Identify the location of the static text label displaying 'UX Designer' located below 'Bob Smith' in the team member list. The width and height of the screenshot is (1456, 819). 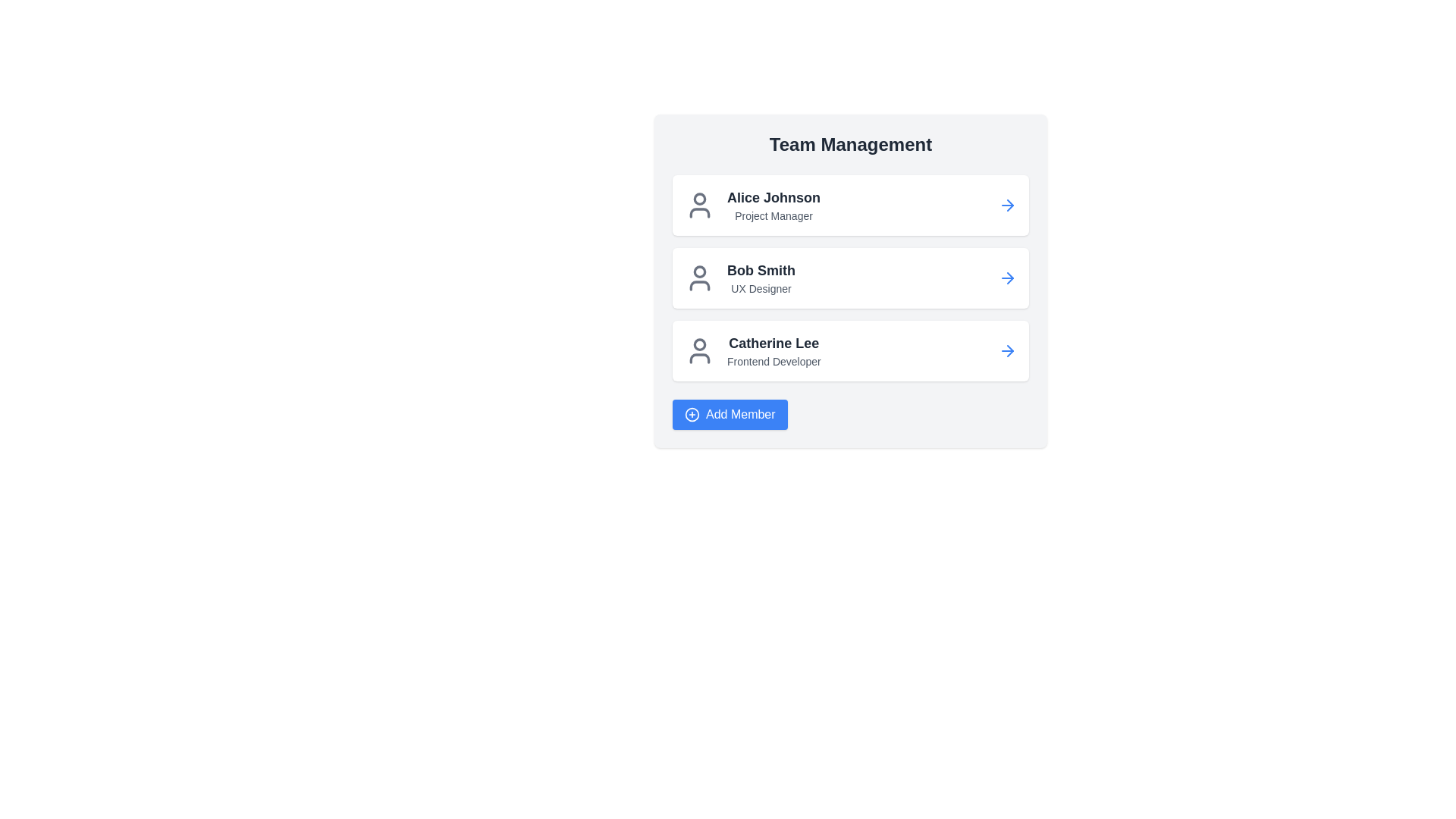
(761, 289).